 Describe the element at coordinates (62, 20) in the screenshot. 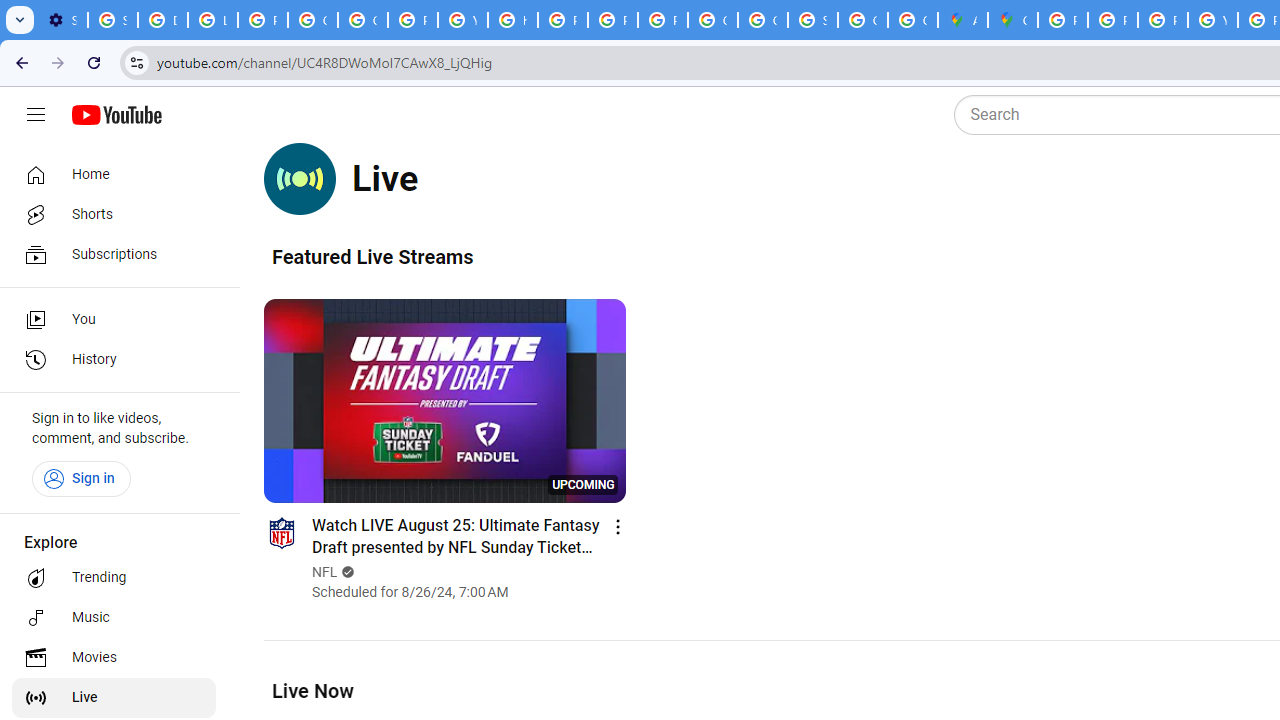

I see `'Settings - On startup'` at that location.